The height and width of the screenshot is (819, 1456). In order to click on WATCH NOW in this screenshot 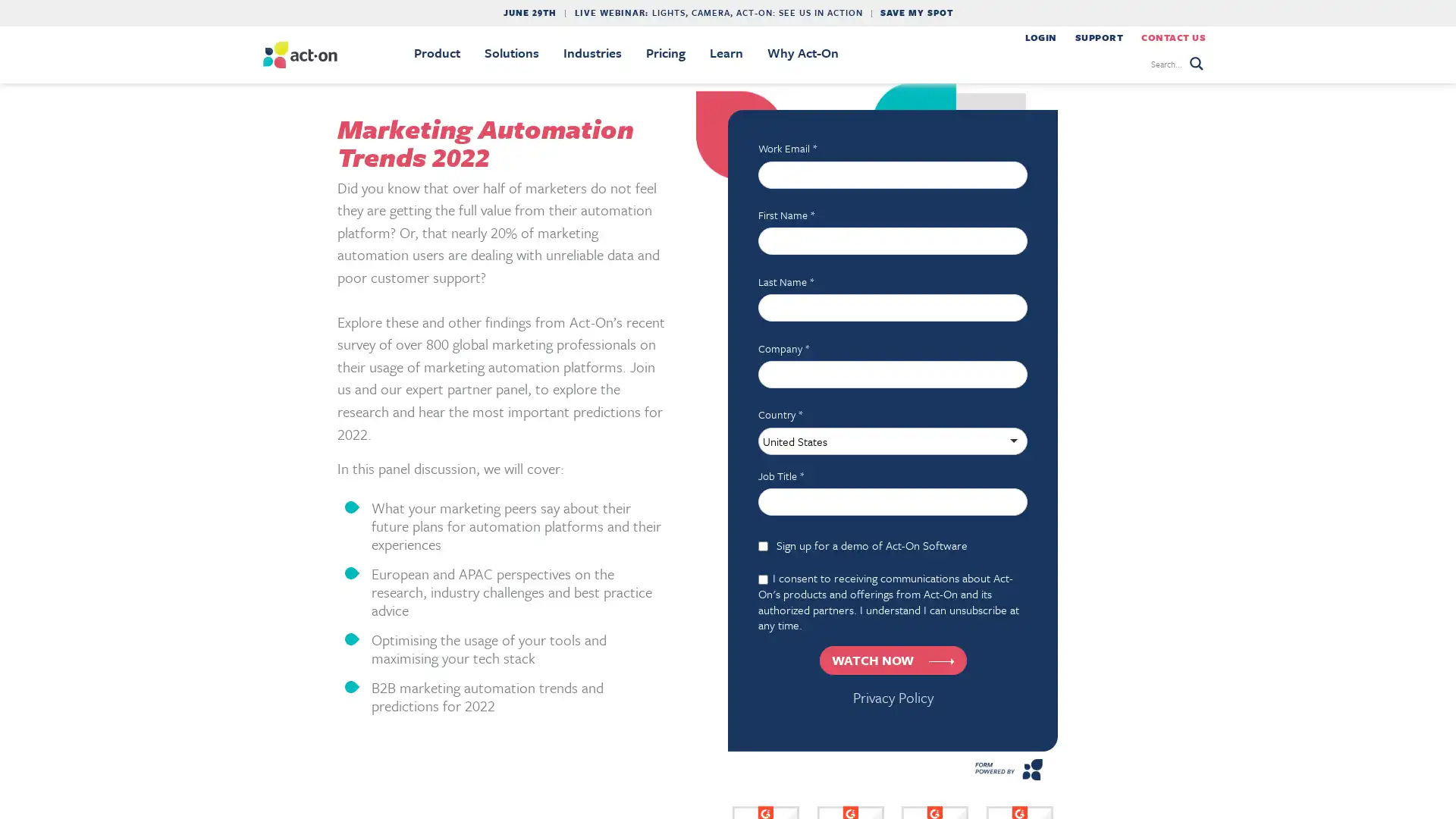, I will do `click(892, 659)`.